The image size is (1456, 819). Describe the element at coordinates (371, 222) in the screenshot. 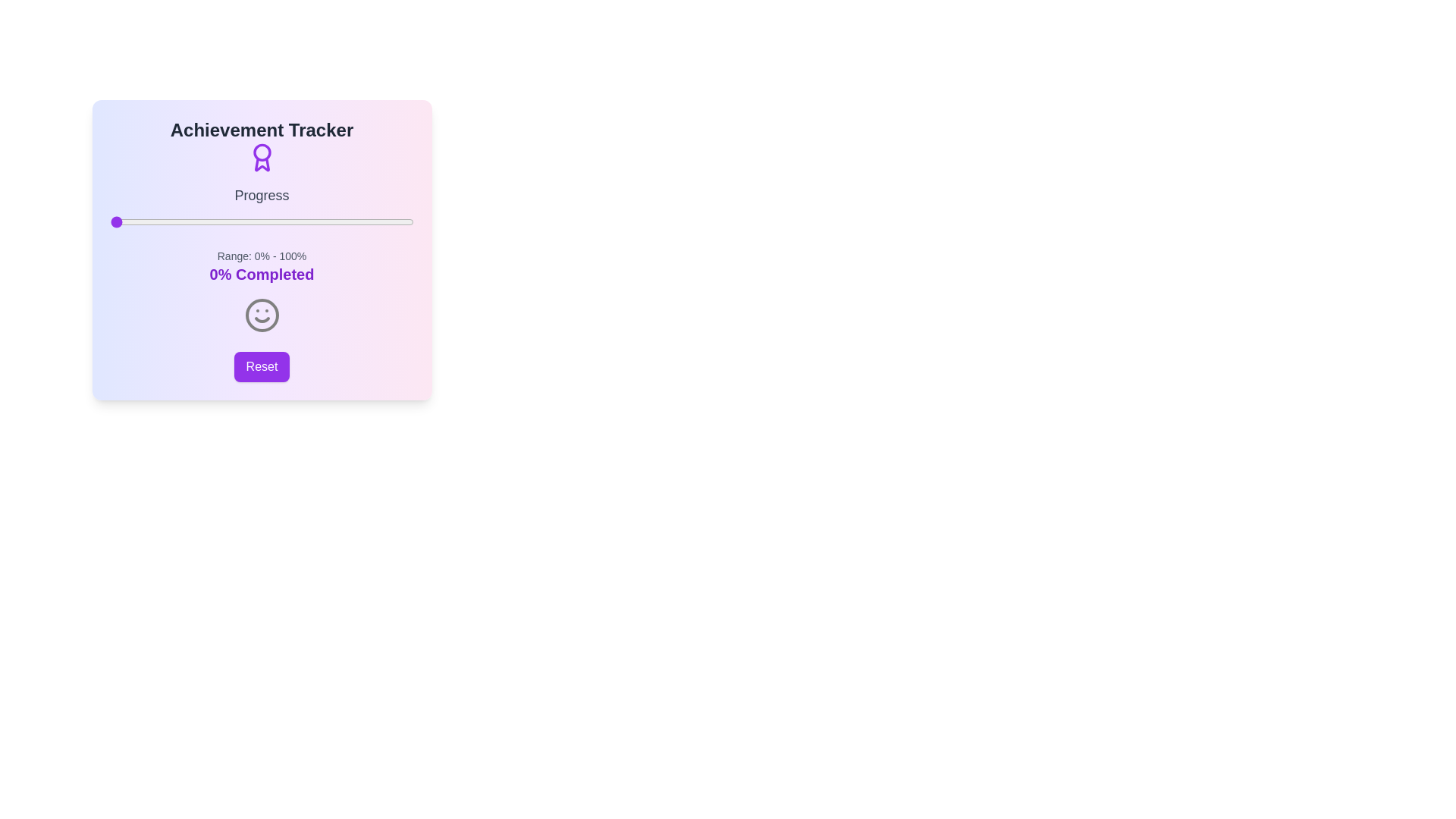

I see `the progress slider to 86%` at that location.